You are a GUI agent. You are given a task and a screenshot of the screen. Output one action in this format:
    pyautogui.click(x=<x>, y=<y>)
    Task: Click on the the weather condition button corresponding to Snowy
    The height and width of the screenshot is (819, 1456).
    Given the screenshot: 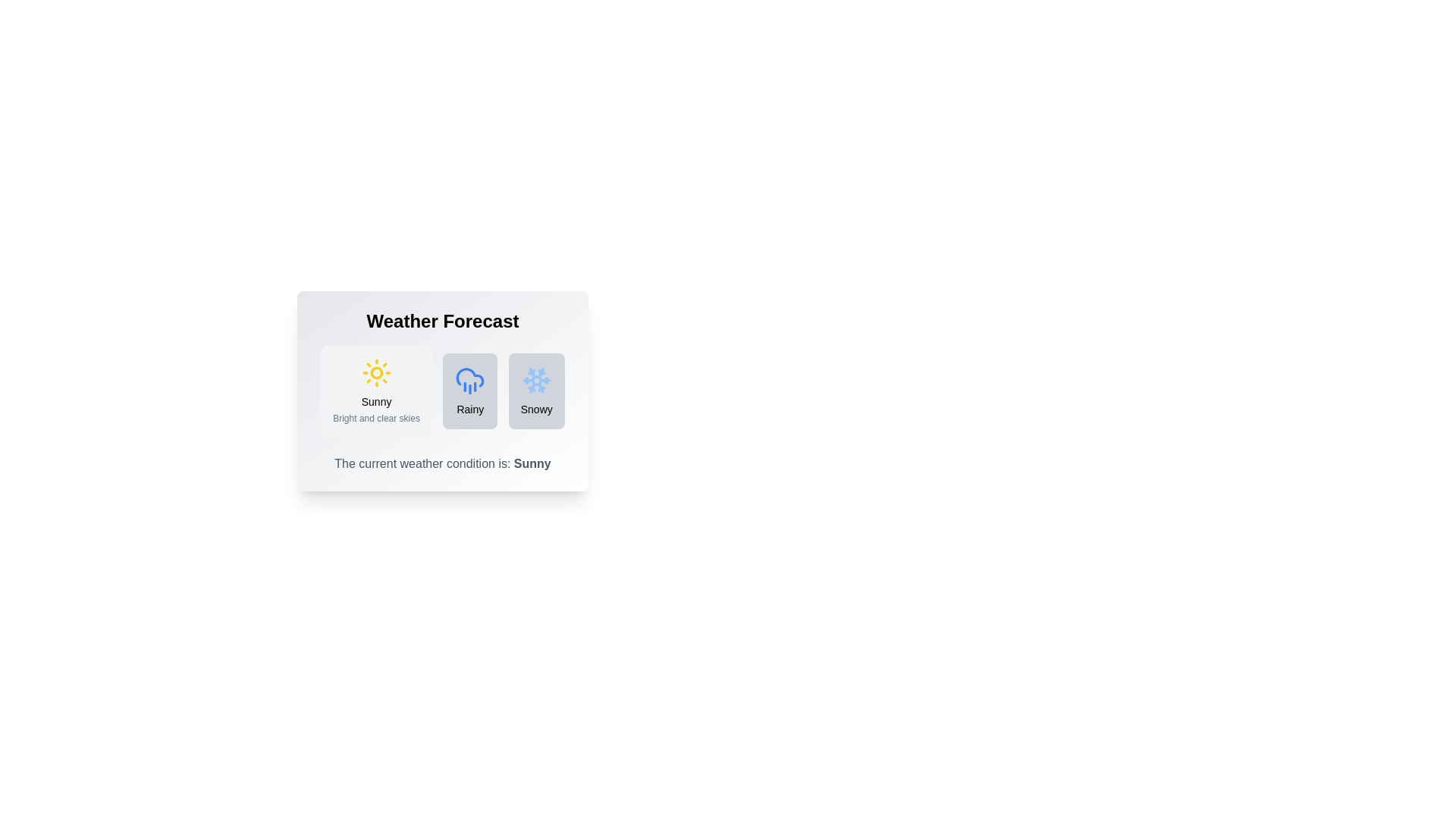 What is the action you would take?
    pyautogui.click(x=536, y=391)
    